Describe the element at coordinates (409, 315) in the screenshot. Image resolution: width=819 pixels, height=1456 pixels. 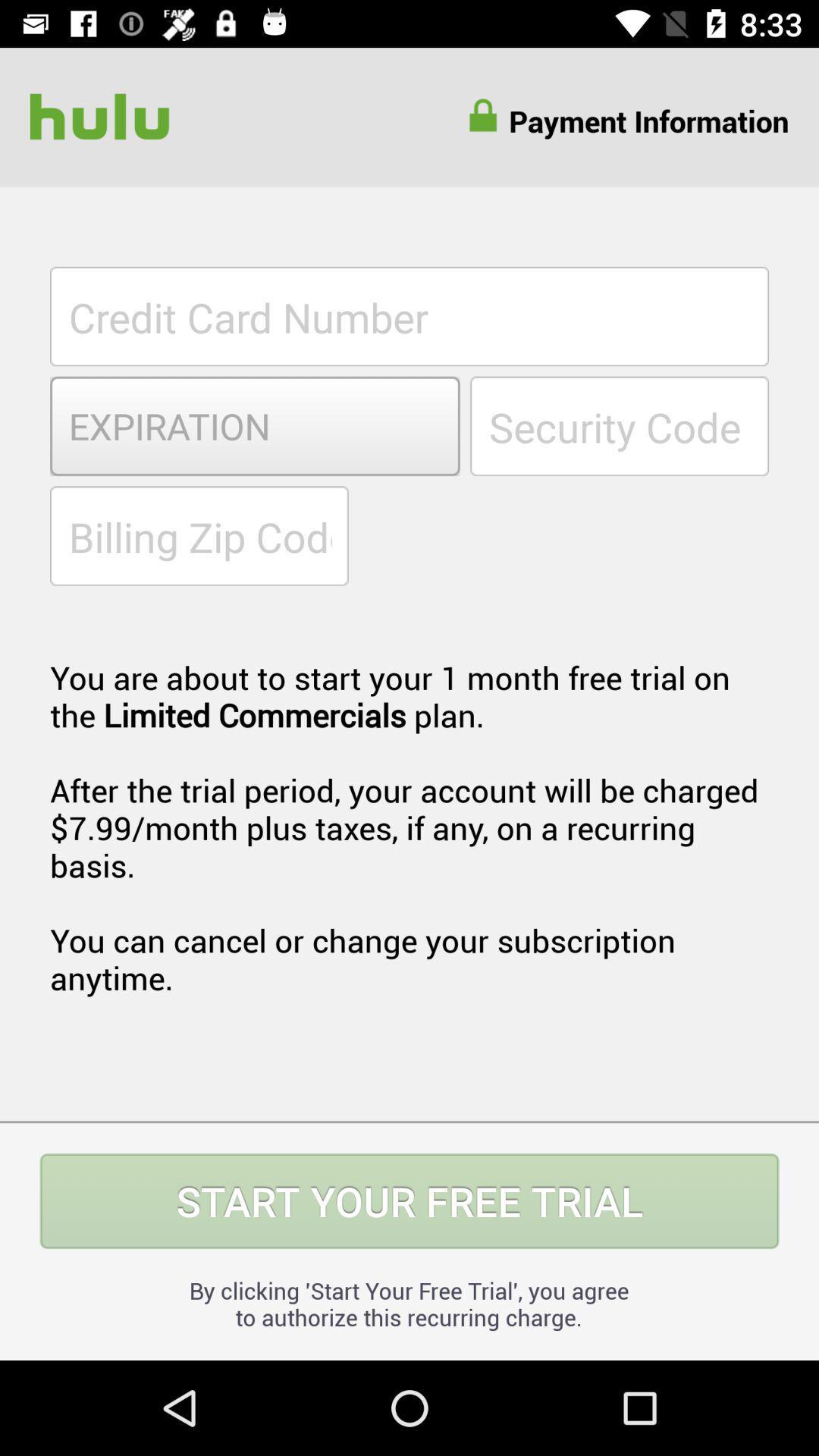
I see `card number` at that location.